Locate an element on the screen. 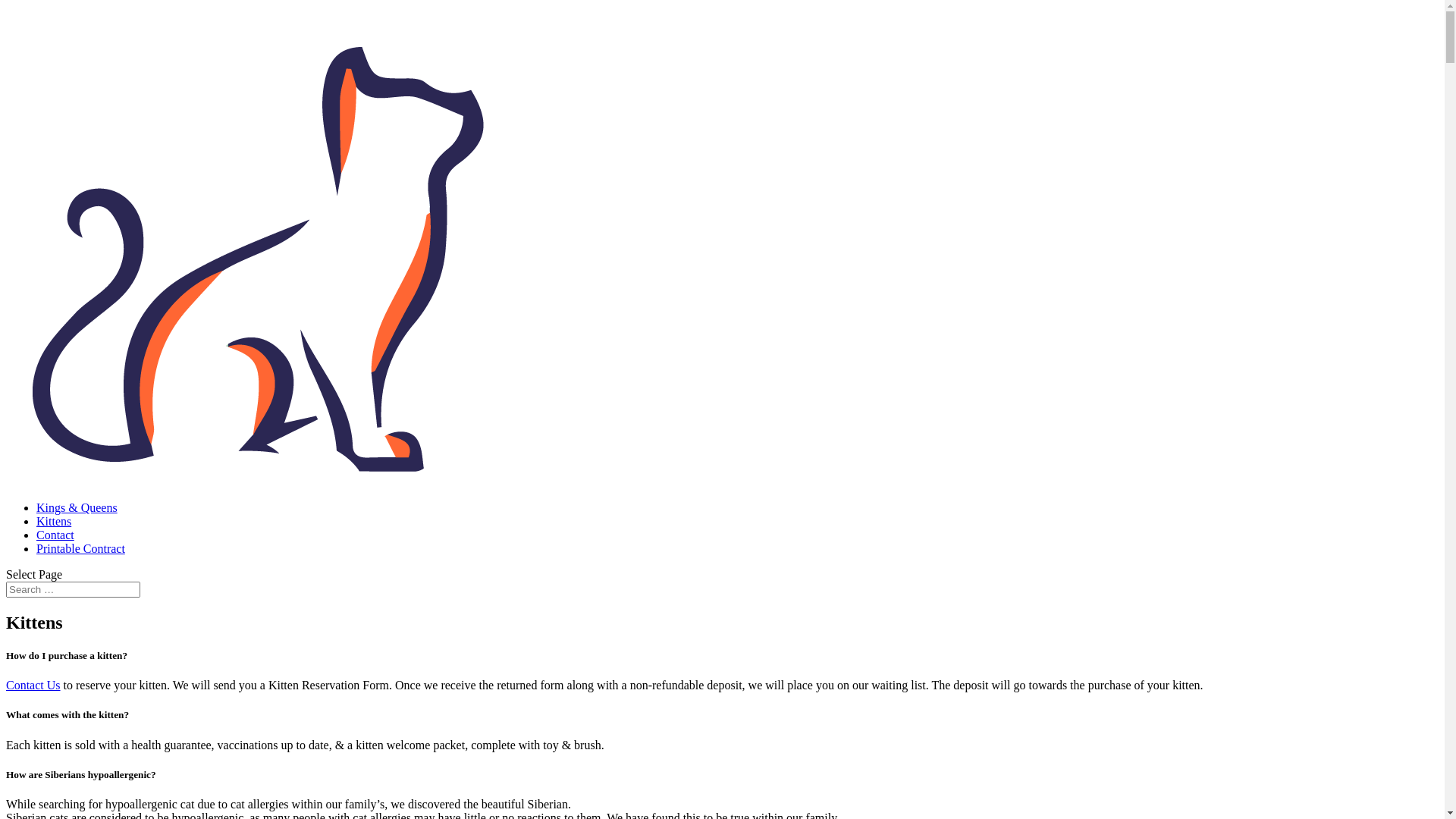  'Contact Us' is located at coordinates (33, 685).